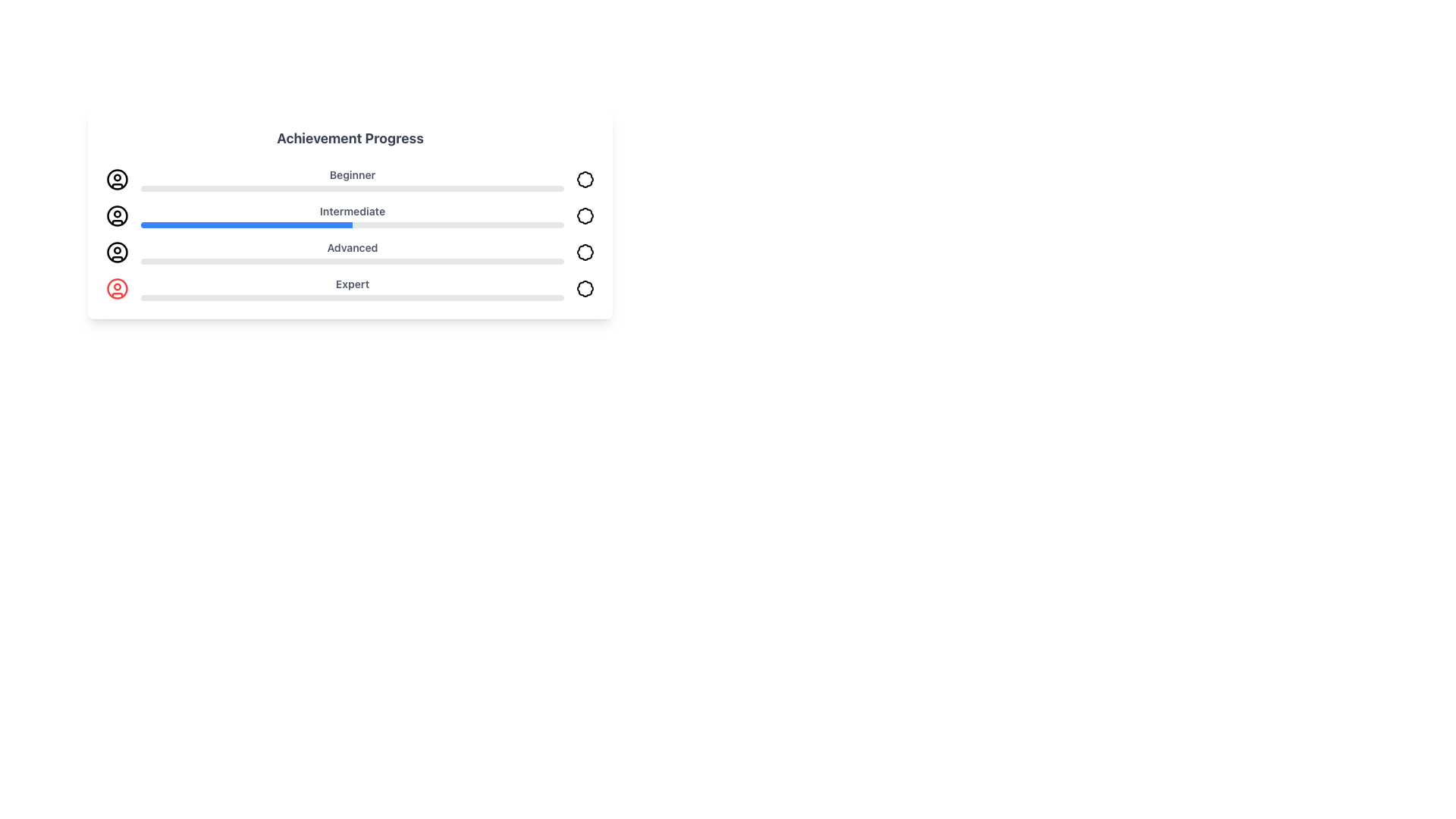 The width and height of the screenshot is (1456, 819). I want to click on the 'Expert' level progress bar in the achievement progress interface, which is the fourth element in the list and visually indicates the completion percentage for that level, so click(349, 289).